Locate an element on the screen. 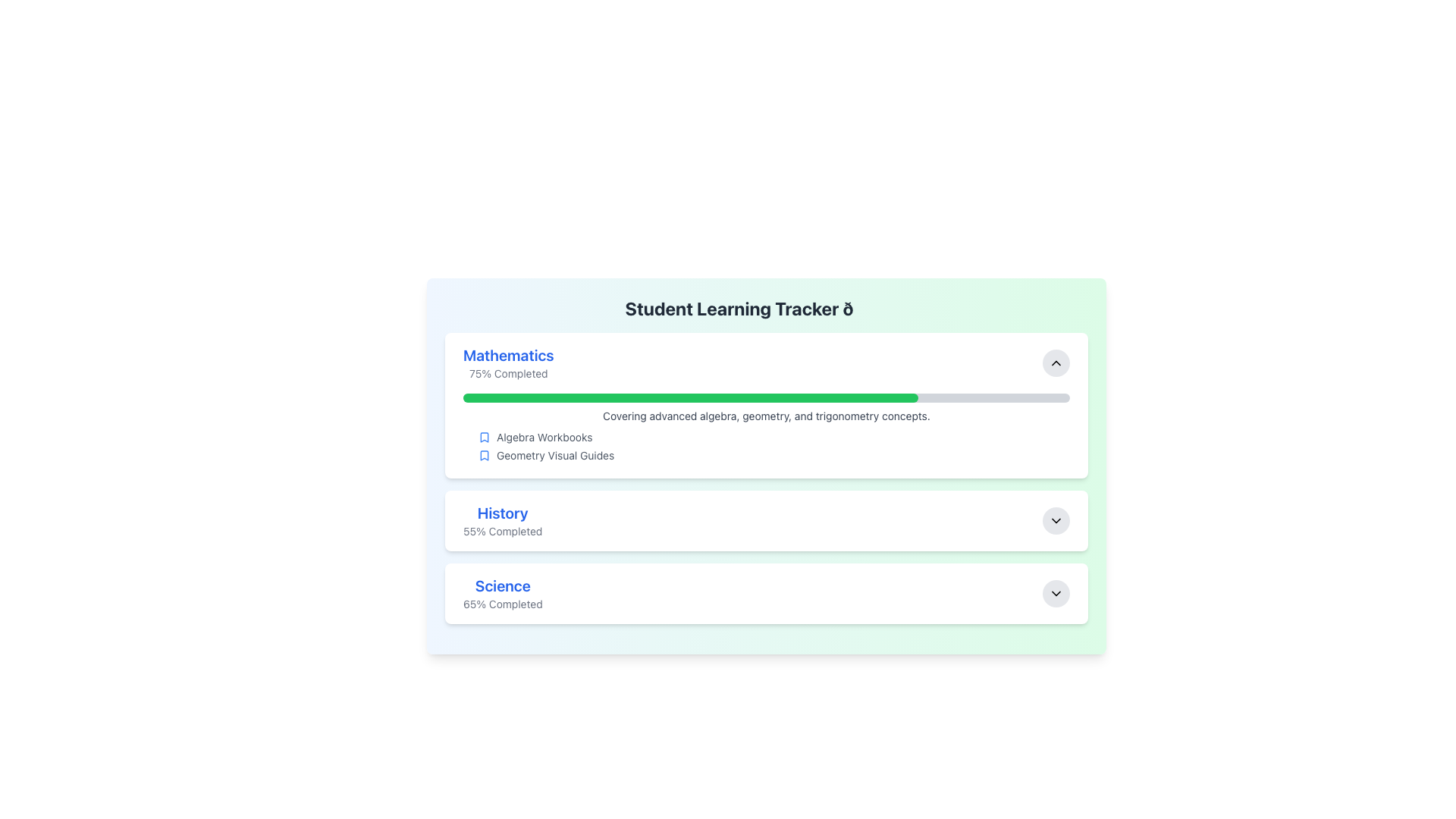  the circular button with a light gray background and a downward-facing chevron icon is located at coordinates (1055, 593).